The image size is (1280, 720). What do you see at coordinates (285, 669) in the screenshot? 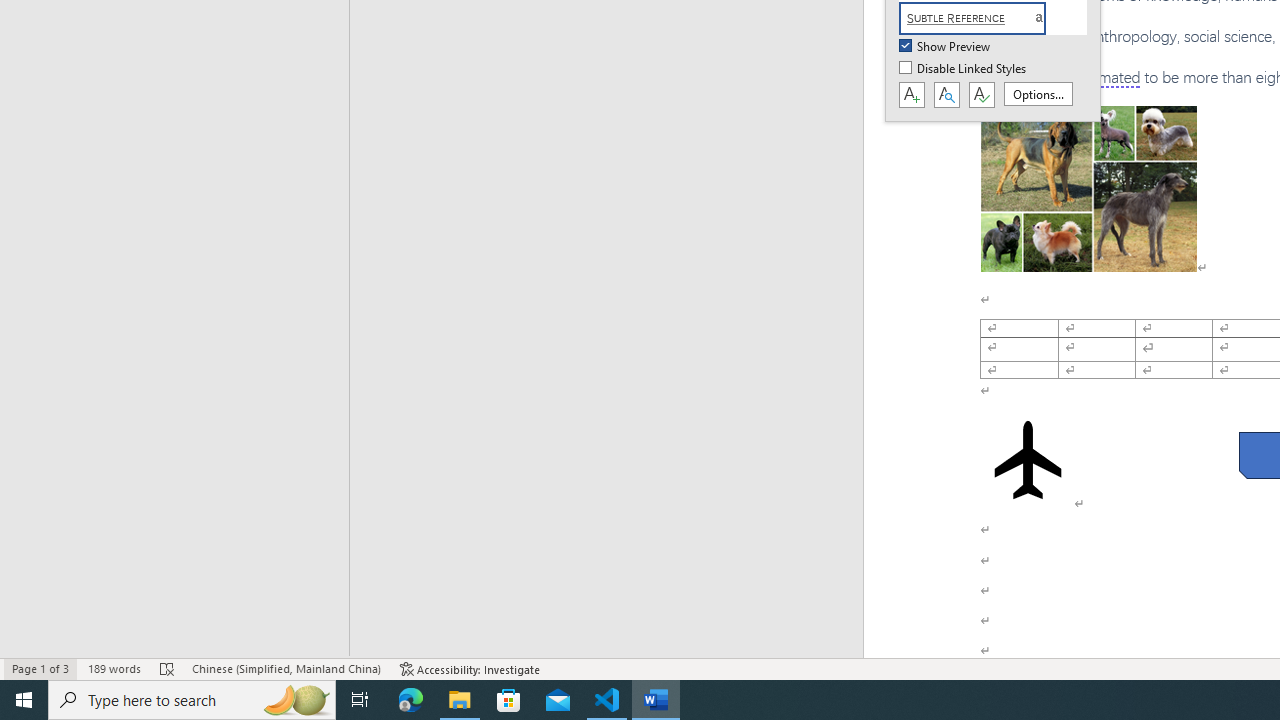
I see `'Language Chinese (Simplified, Mainland China)'` at bounding box center [285, 669].